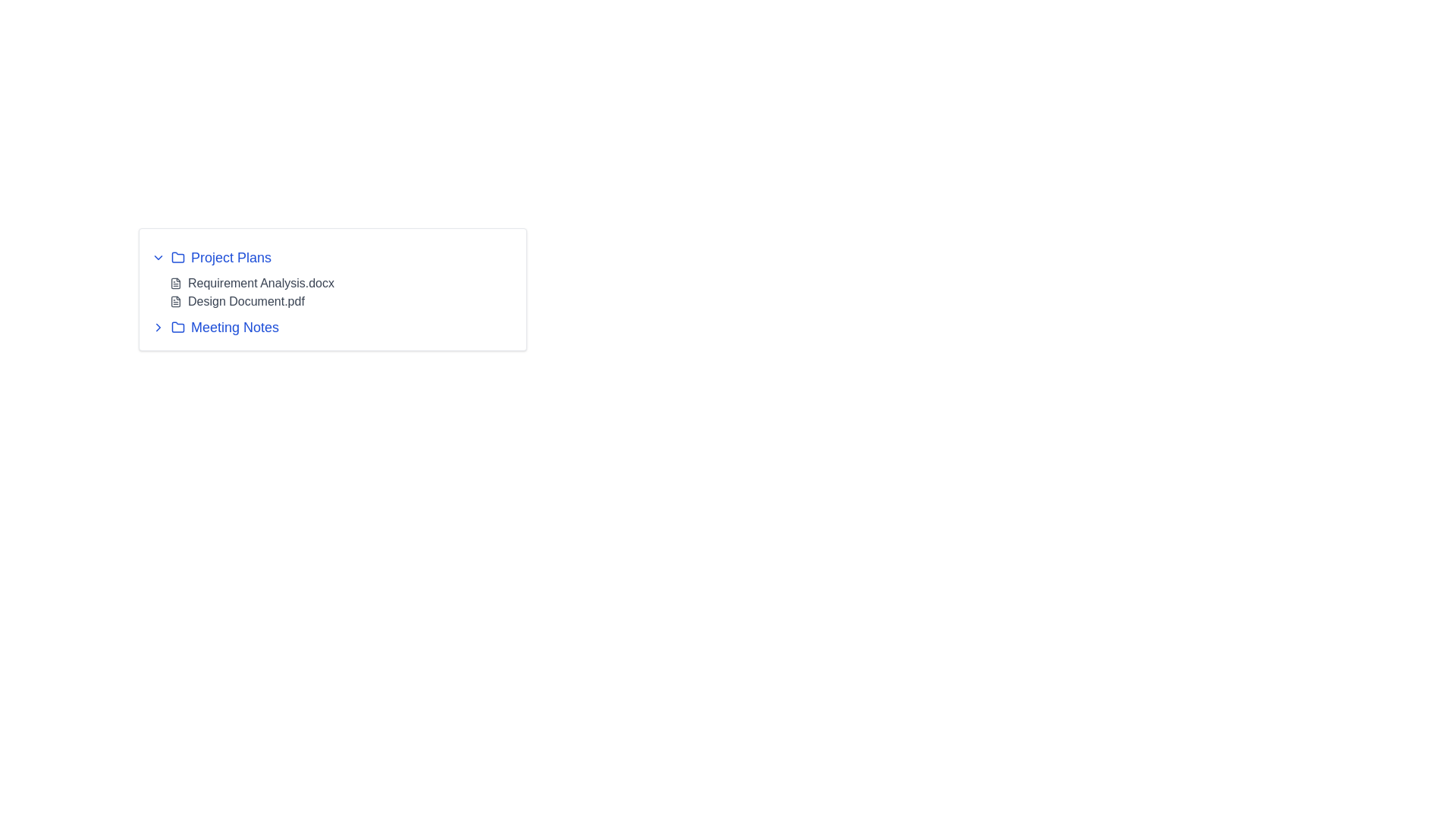 Image resolution: width=1456 pixels, height=819 pixels. Describe the element at coordinates (178, 327) in the screenshot. I see `the folder icon with a blue outline representing a closed folder, located to the left of the text 'Meeting Notes'` at that location.